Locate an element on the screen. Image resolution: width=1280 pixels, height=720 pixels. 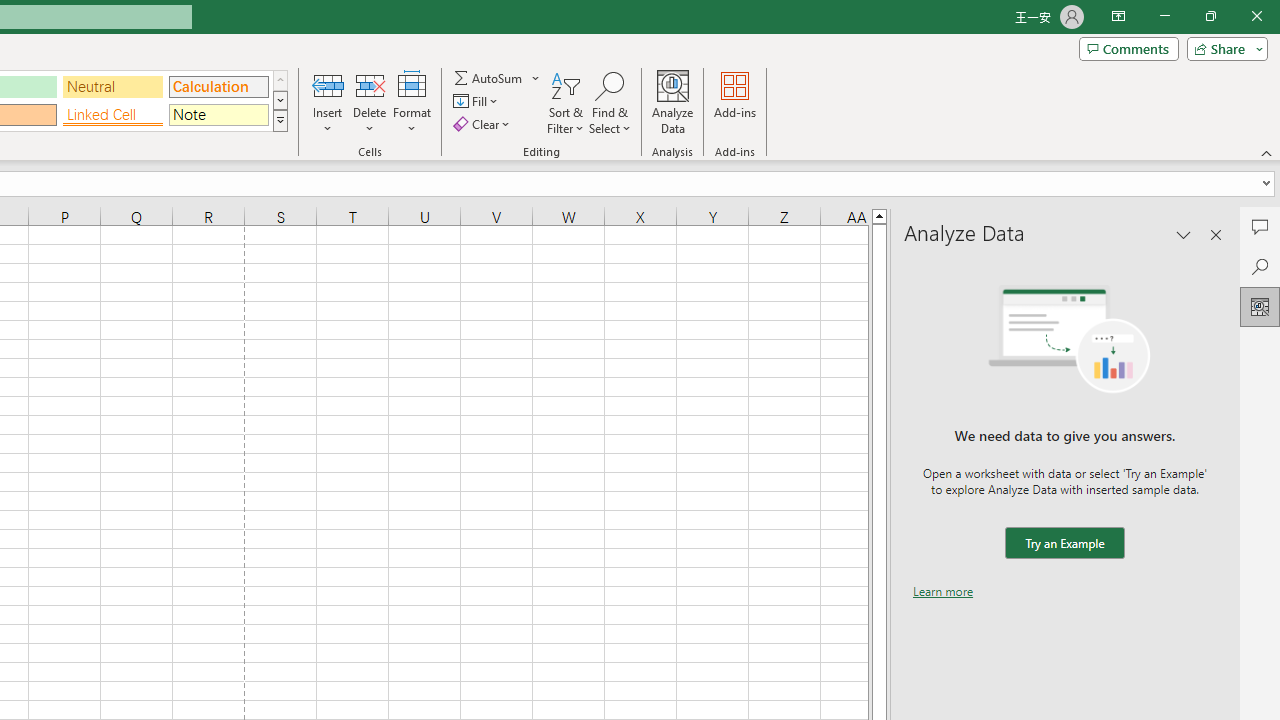
'Format' is located at coordinates (411, 103).